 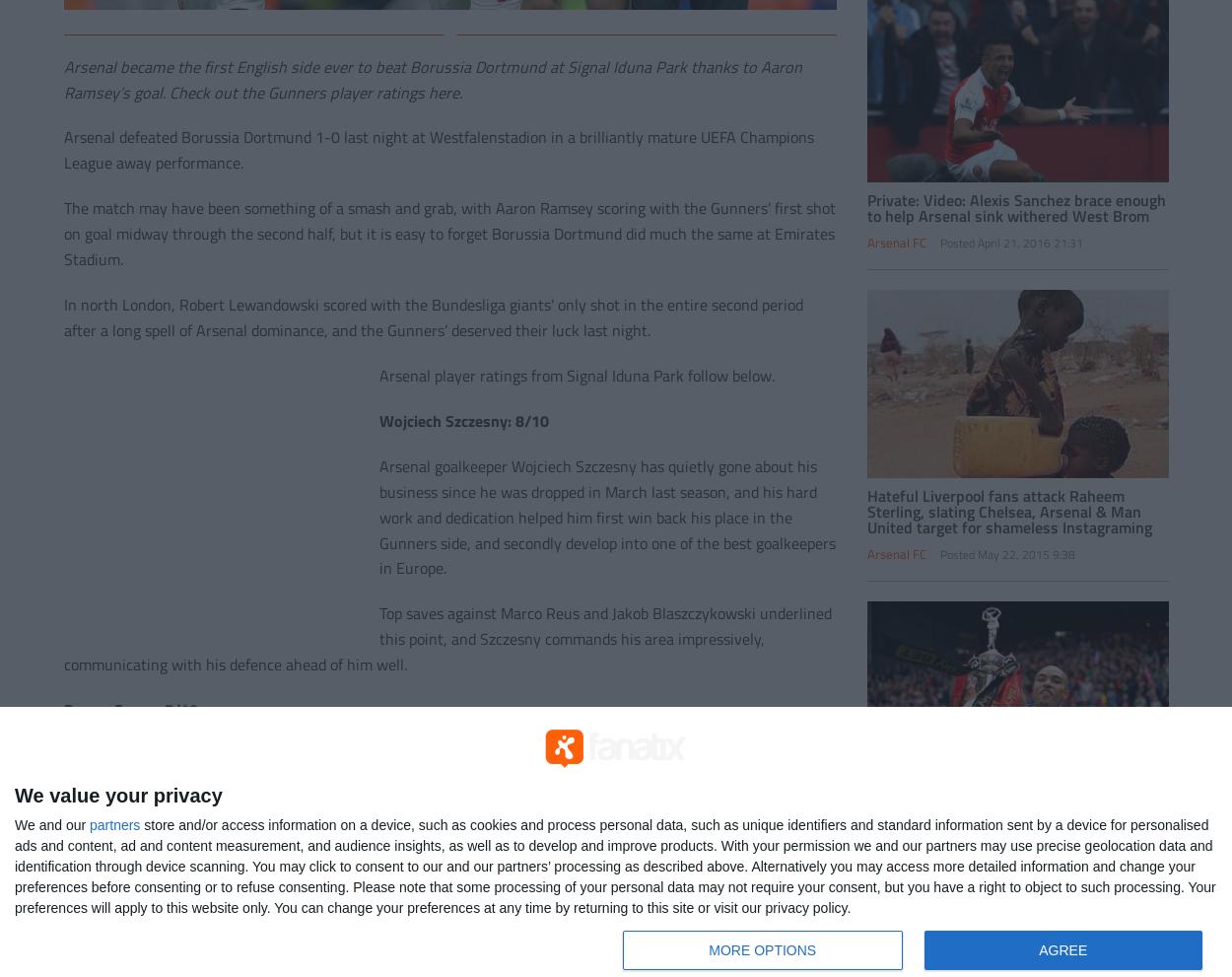 I want to click on 'Arsenal defeated Borussia Dortmund 1-0 last night at Westfalenstadion in a brilliantly mature UEFA Champions League away performance.', so click(x=437, y=150).